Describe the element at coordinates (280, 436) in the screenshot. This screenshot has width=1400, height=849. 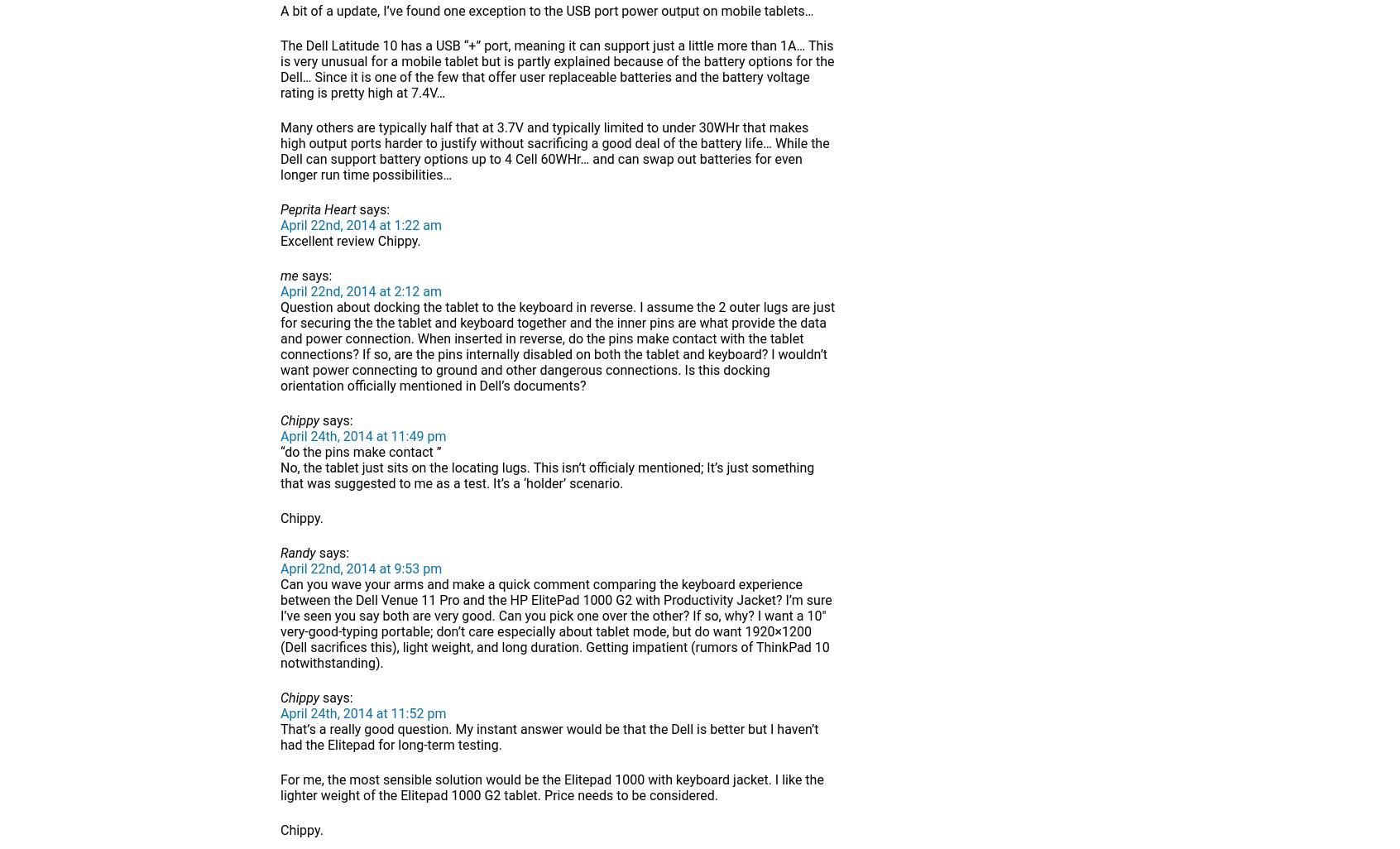
I see `'April 24th, 2014 at 11:49 pm'` at that location.